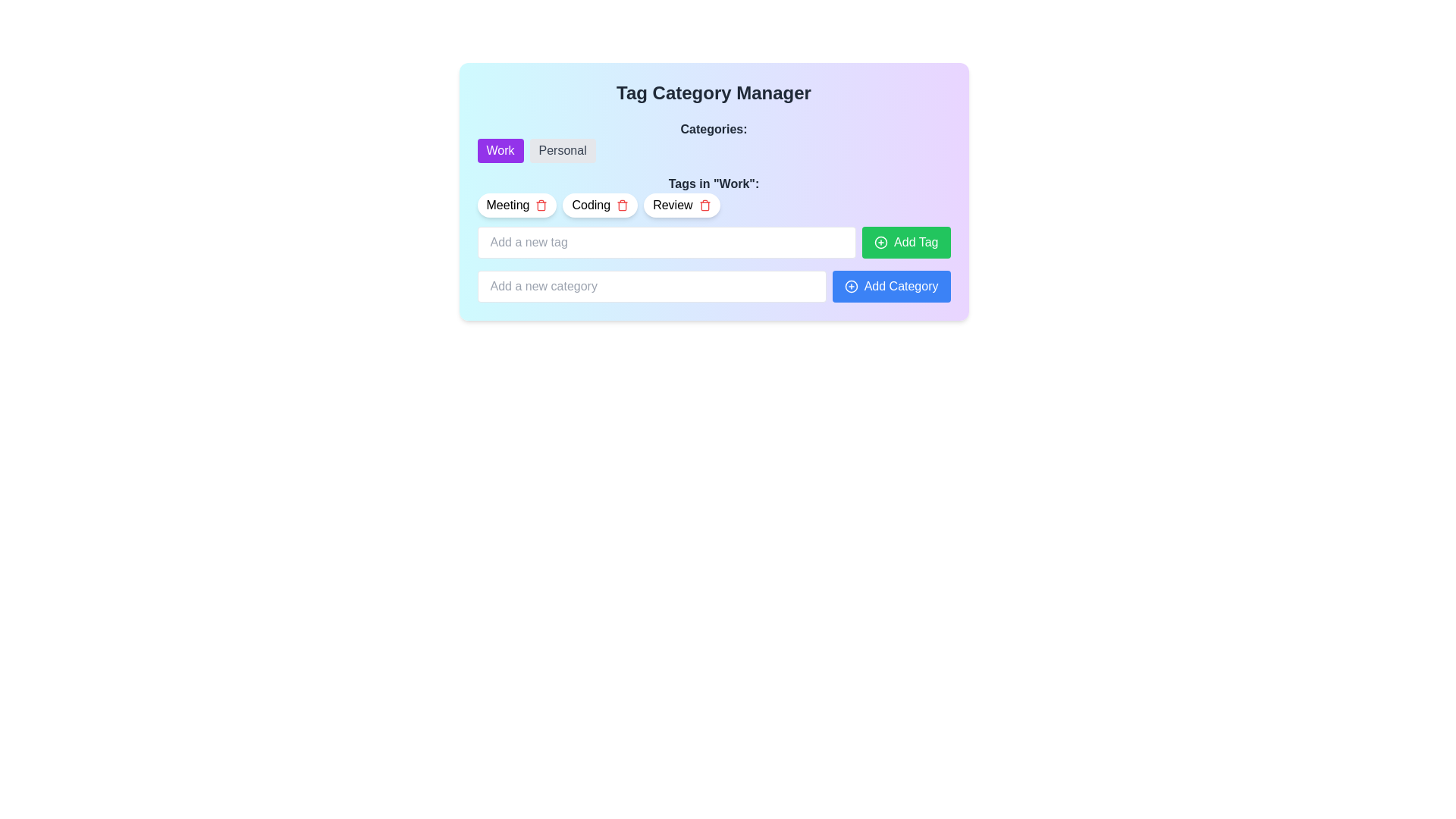 The width and height of the screenshot is (1456, 819). Describe the element at coordinates (880, 242) in the screenshot. I see `the icon located at the center of the 'Add Tag' button, which is a green rectangular button positioned to the right of the 'Add a new tag' input field in the 'Tag Category Manager' interface` at that location.